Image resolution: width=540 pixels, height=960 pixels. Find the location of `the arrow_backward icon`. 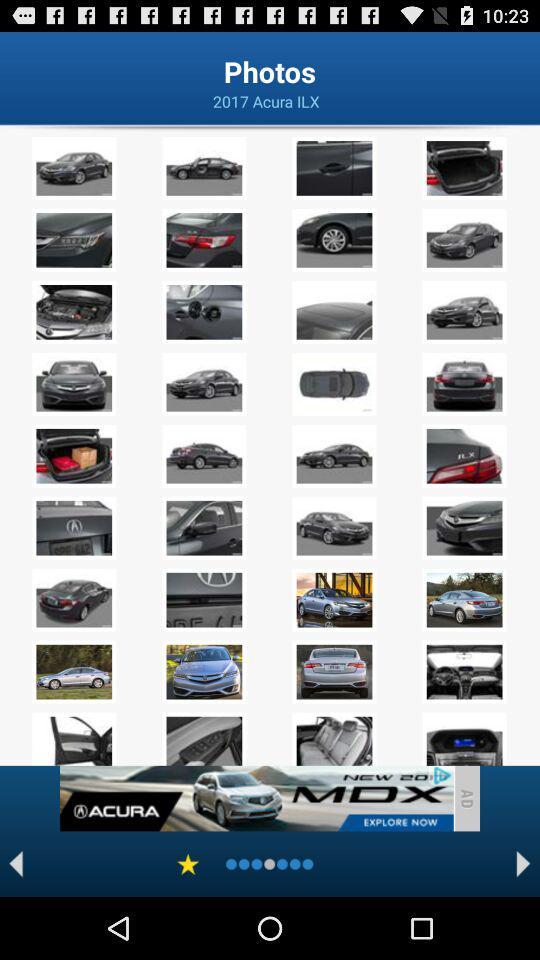

the arrow_backward icon is located at coordinates (15, 924).